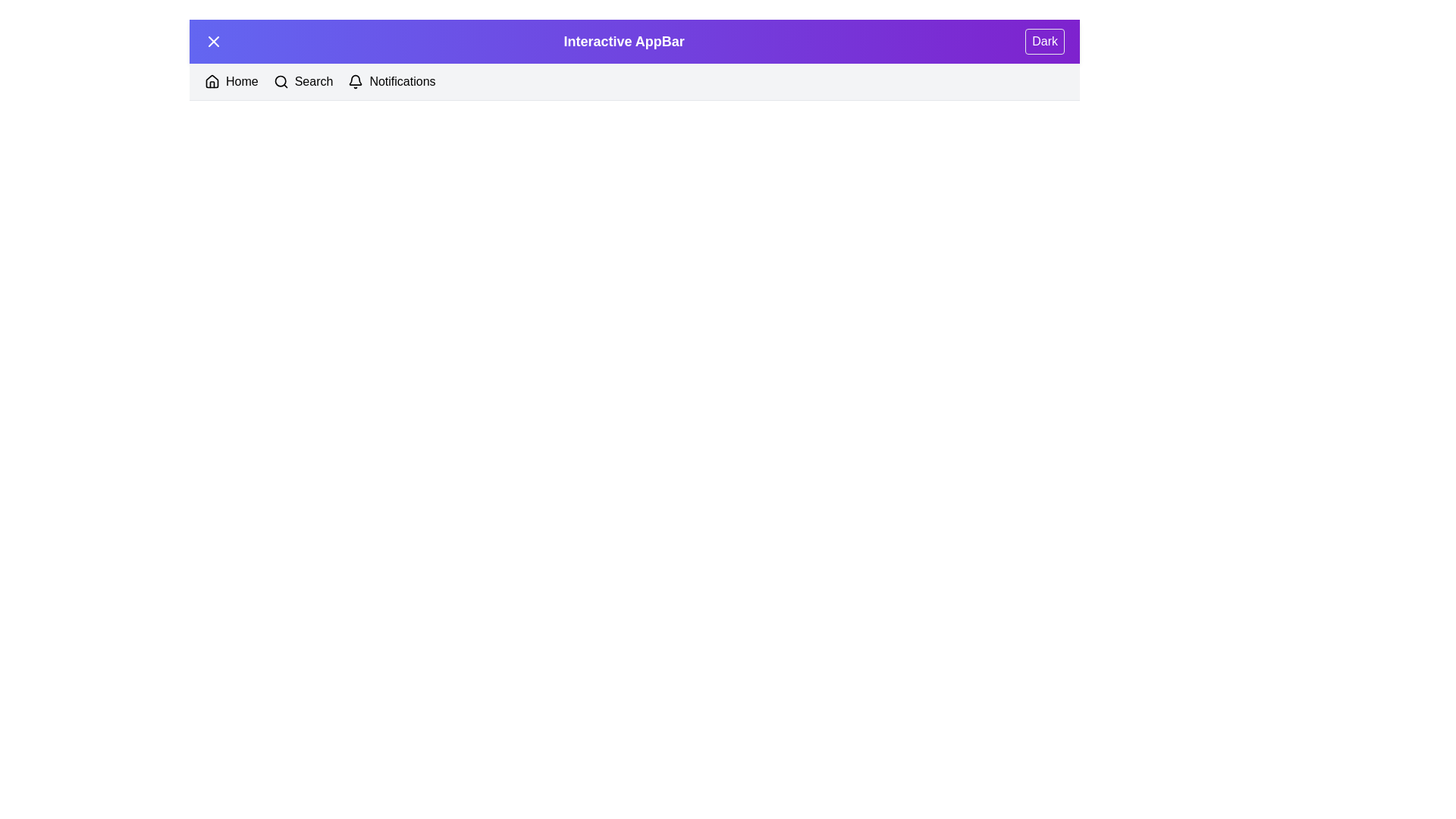 Image resolution: width=1456 pixels, height=819 pixels. Describe the element at coordinates (303, 82) in the screenshot. I see `the 'Search' section to navigate to it` at that location.